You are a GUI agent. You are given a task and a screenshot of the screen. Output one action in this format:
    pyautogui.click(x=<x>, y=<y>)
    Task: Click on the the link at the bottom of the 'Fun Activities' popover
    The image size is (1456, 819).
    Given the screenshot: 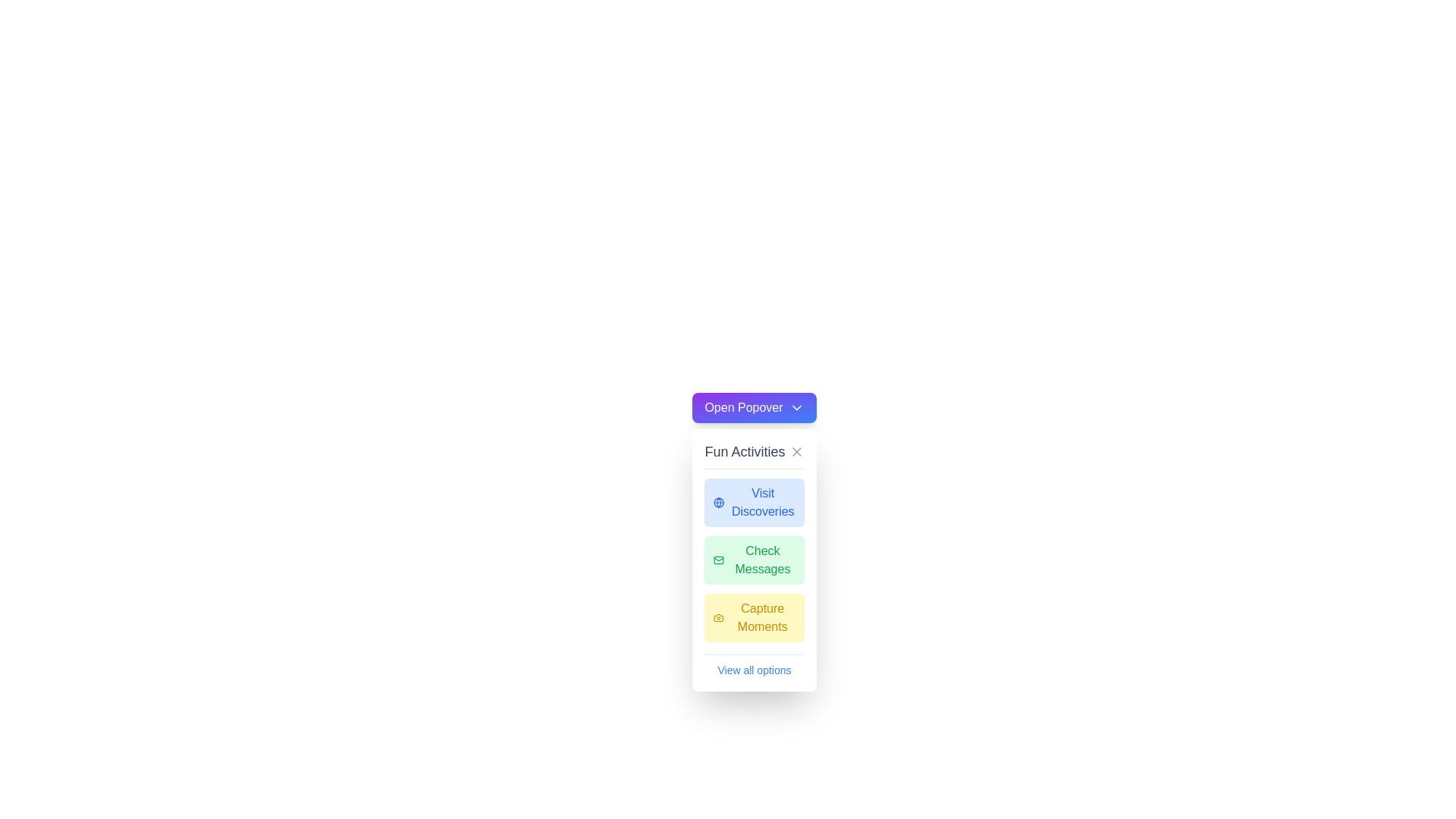 What is the action you would take?
    pyautogui.click(x=754, y=666)
    